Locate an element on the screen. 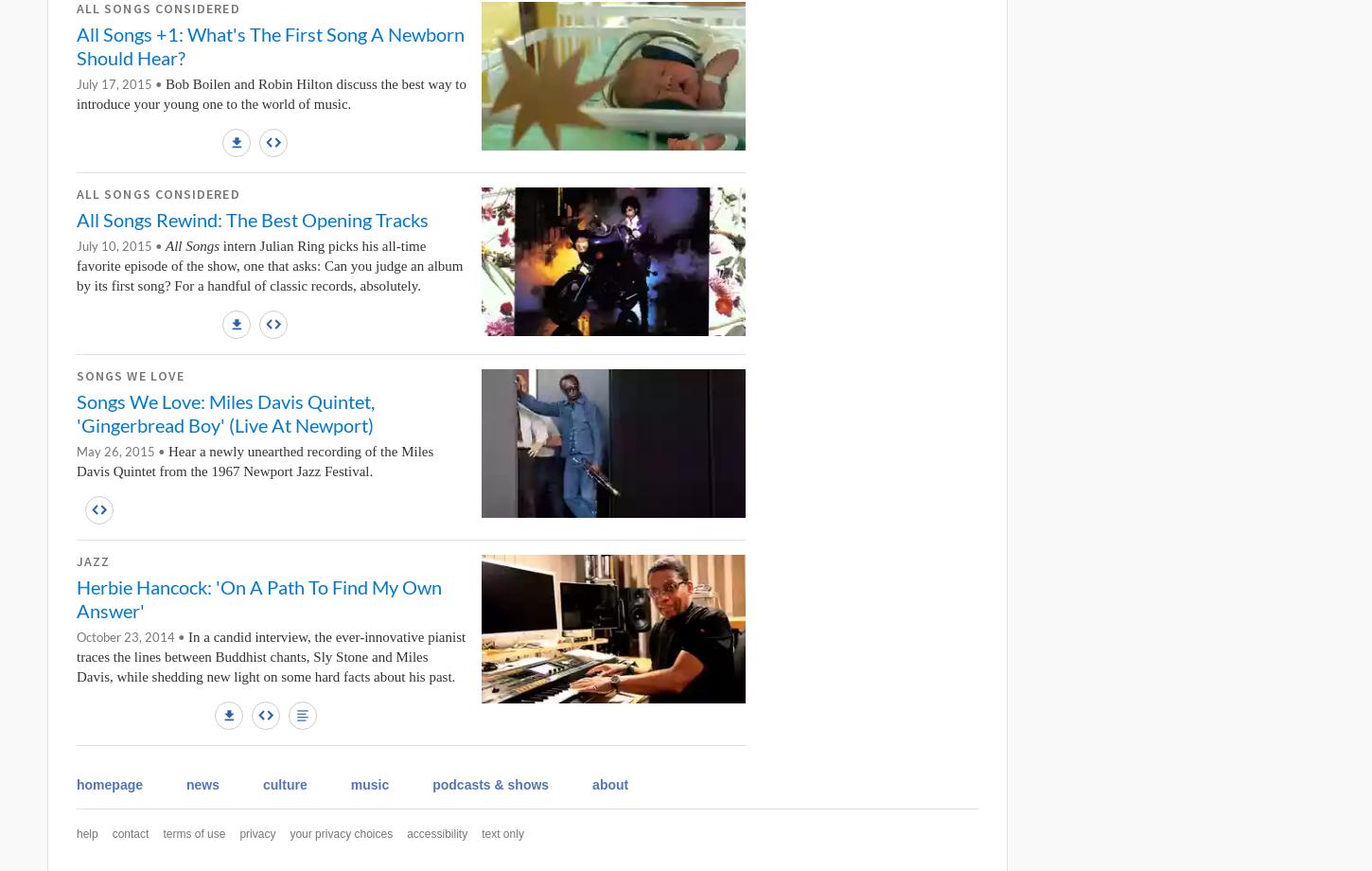  'Hear a newly unearthed recording of the Miles Davis Quintet from the 1967 Newport Jazz Festival.' is located at coordinates (255, 460).